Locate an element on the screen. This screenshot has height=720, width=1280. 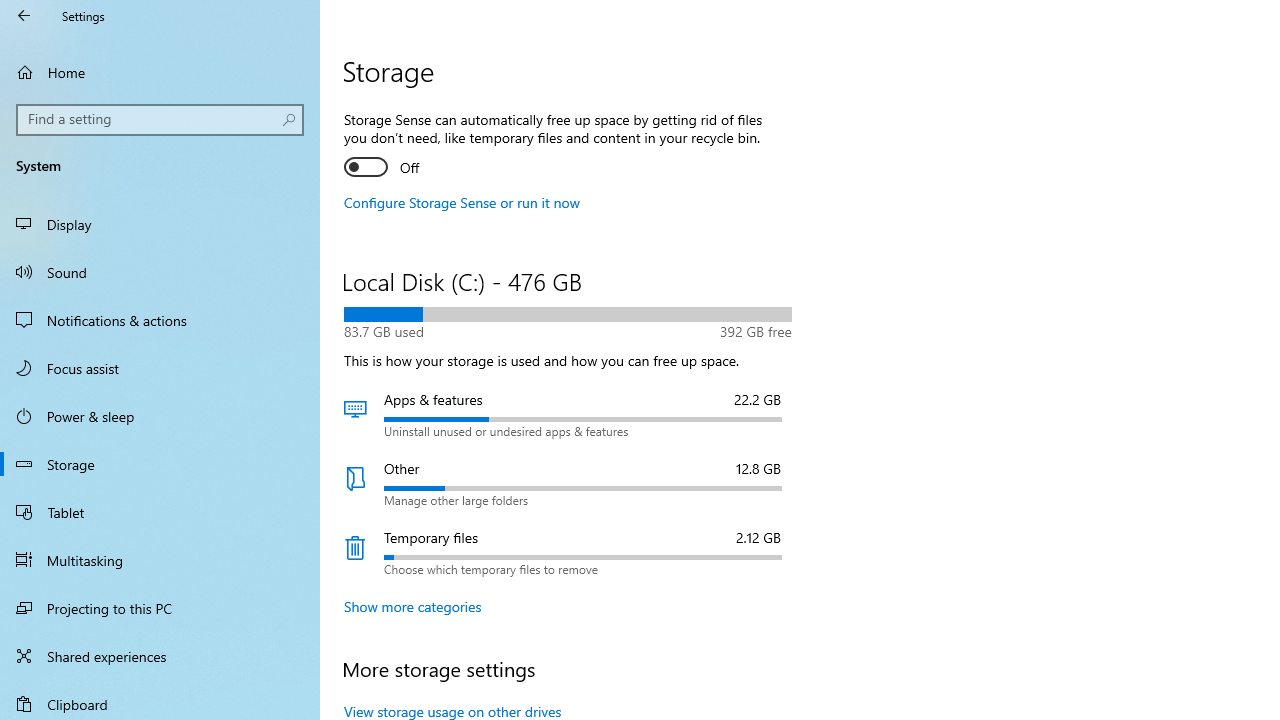
'Storage' is located at coordinates (160, 464).